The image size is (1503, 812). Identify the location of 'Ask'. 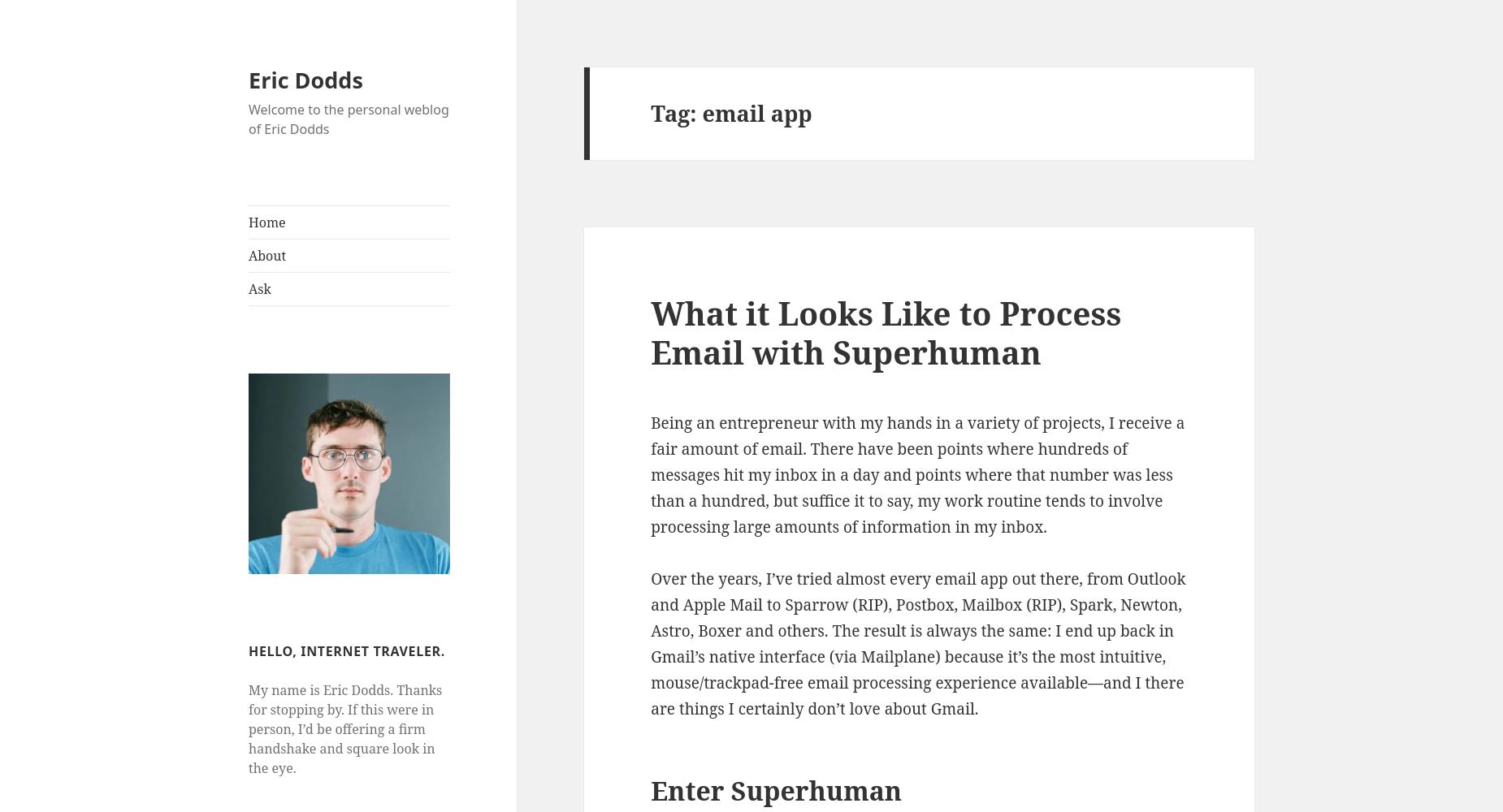
(258, 288).